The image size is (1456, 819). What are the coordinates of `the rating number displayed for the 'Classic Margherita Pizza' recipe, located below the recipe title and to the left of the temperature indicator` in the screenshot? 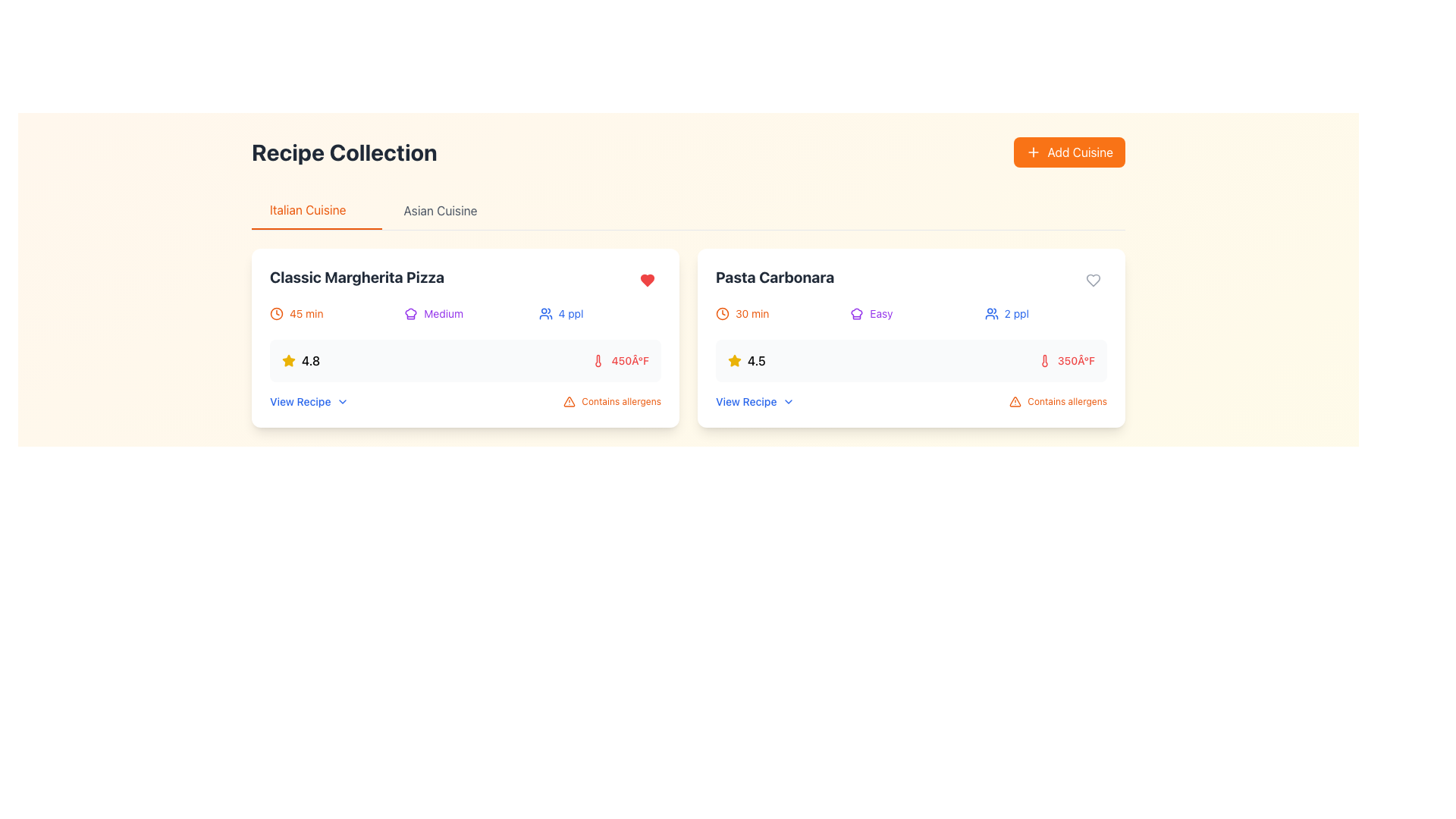 It's located at (301, 360).